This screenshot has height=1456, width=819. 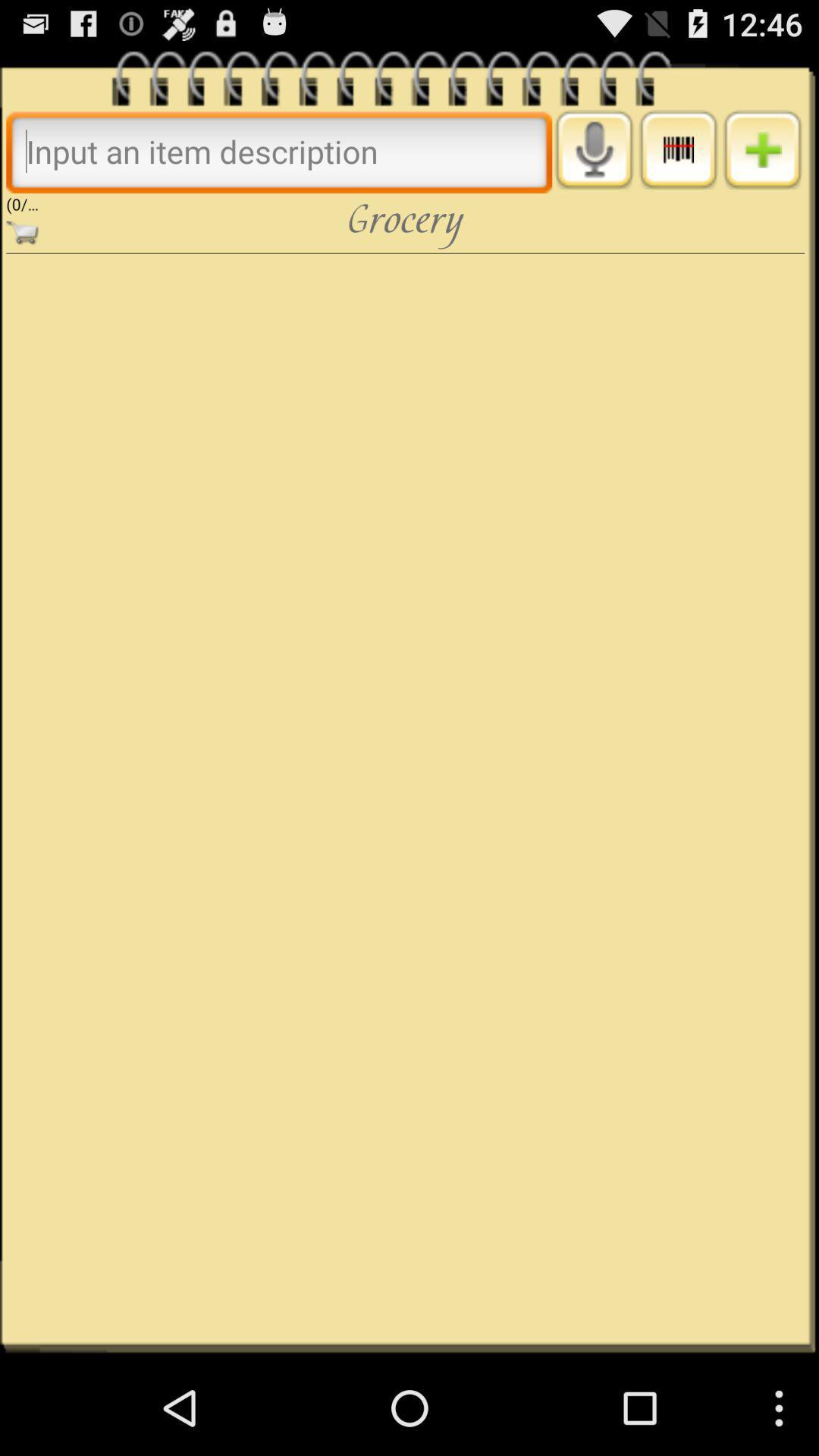 I want to click on the microphone icon, so click(x=593, y=160).